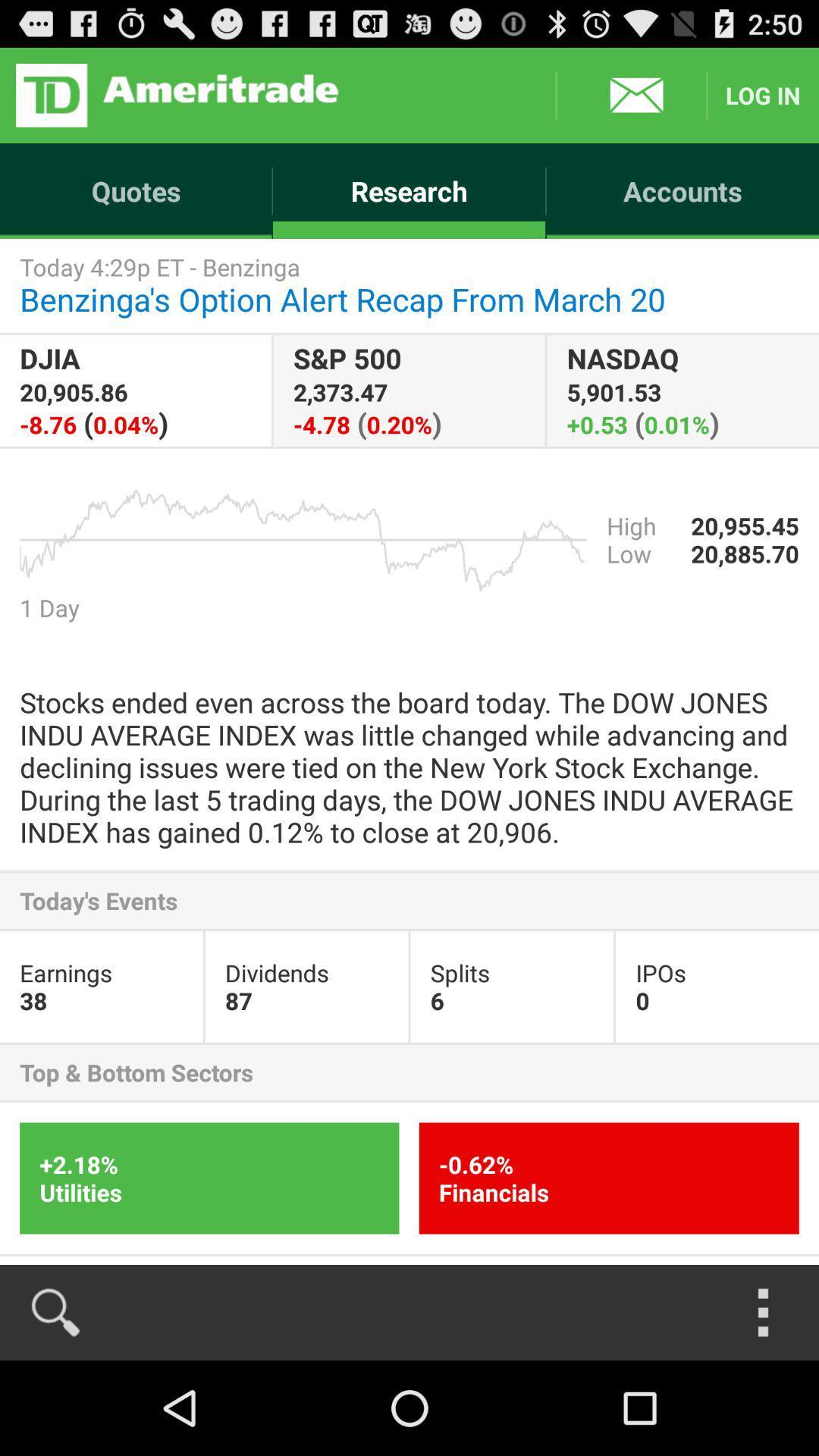 The height and width of the screenshot is (1456, 819). What do you see at coordinates (763, 94) in the screenshot?
I see `log in item` at bounding box center [763, 94].